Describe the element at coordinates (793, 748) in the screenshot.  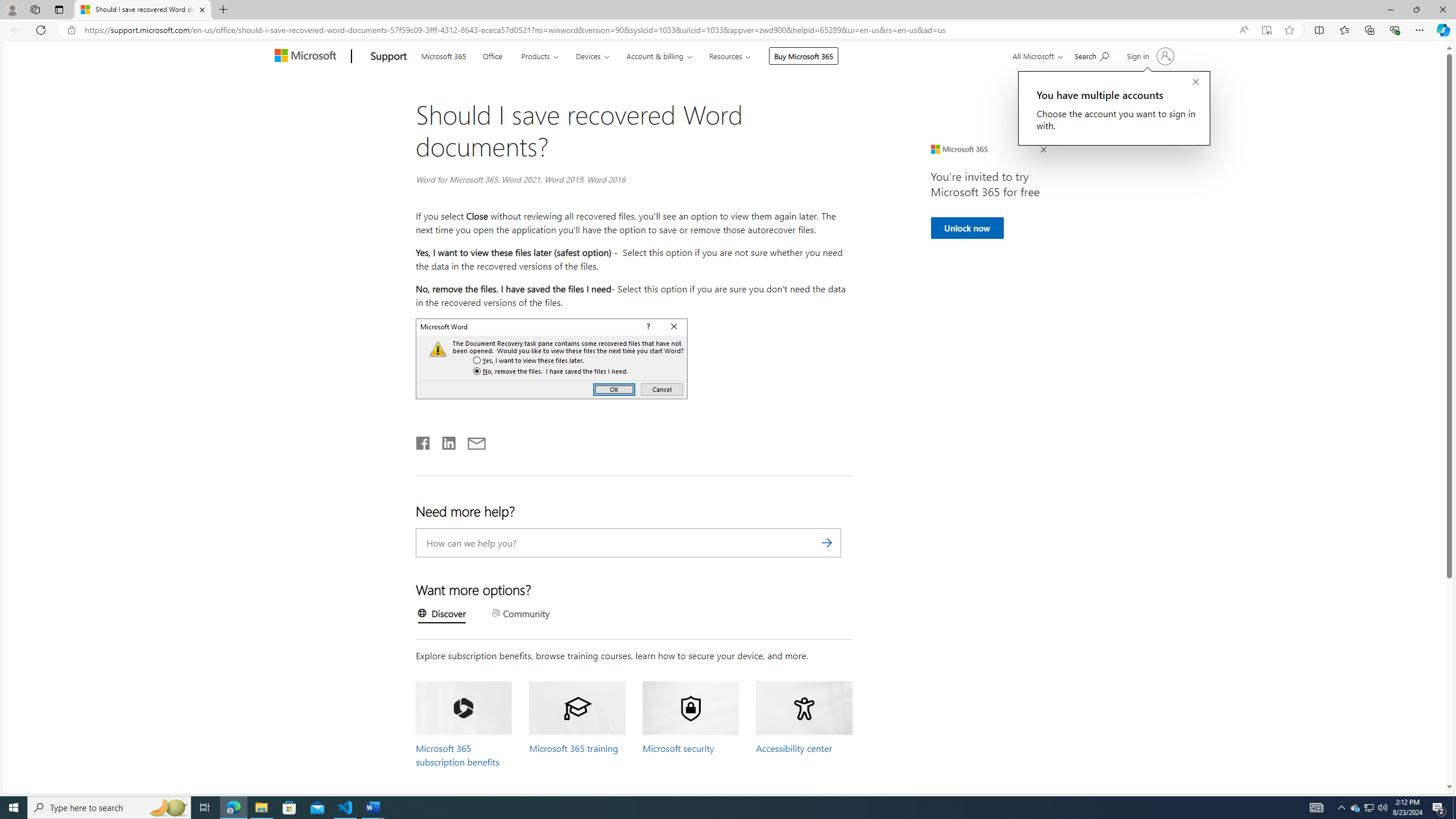
I see `'Accessibility center'` at that location.